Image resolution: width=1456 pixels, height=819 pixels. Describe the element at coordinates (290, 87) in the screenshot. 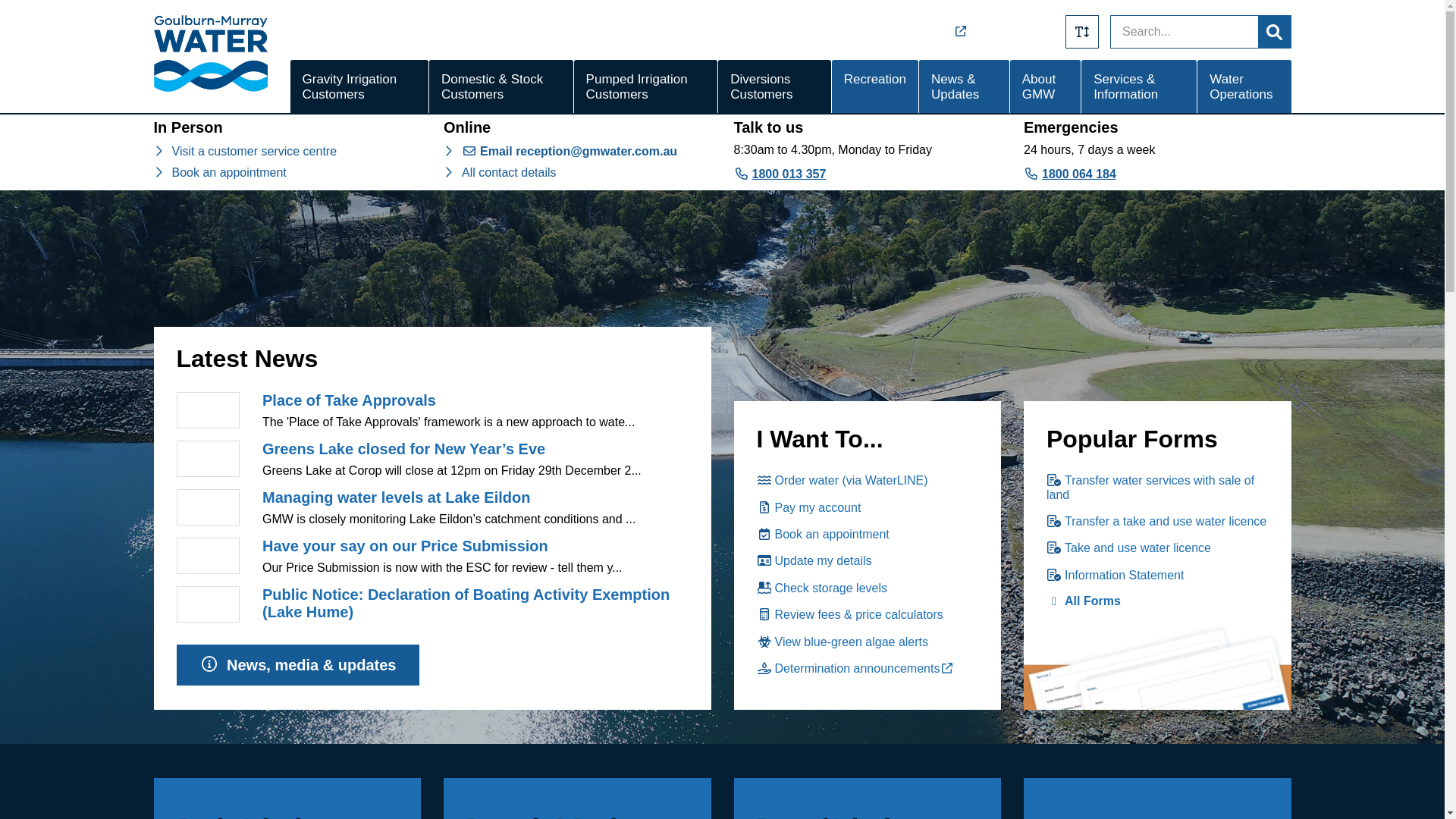

I see `'Gravity Irrigation Customers'` at that location.